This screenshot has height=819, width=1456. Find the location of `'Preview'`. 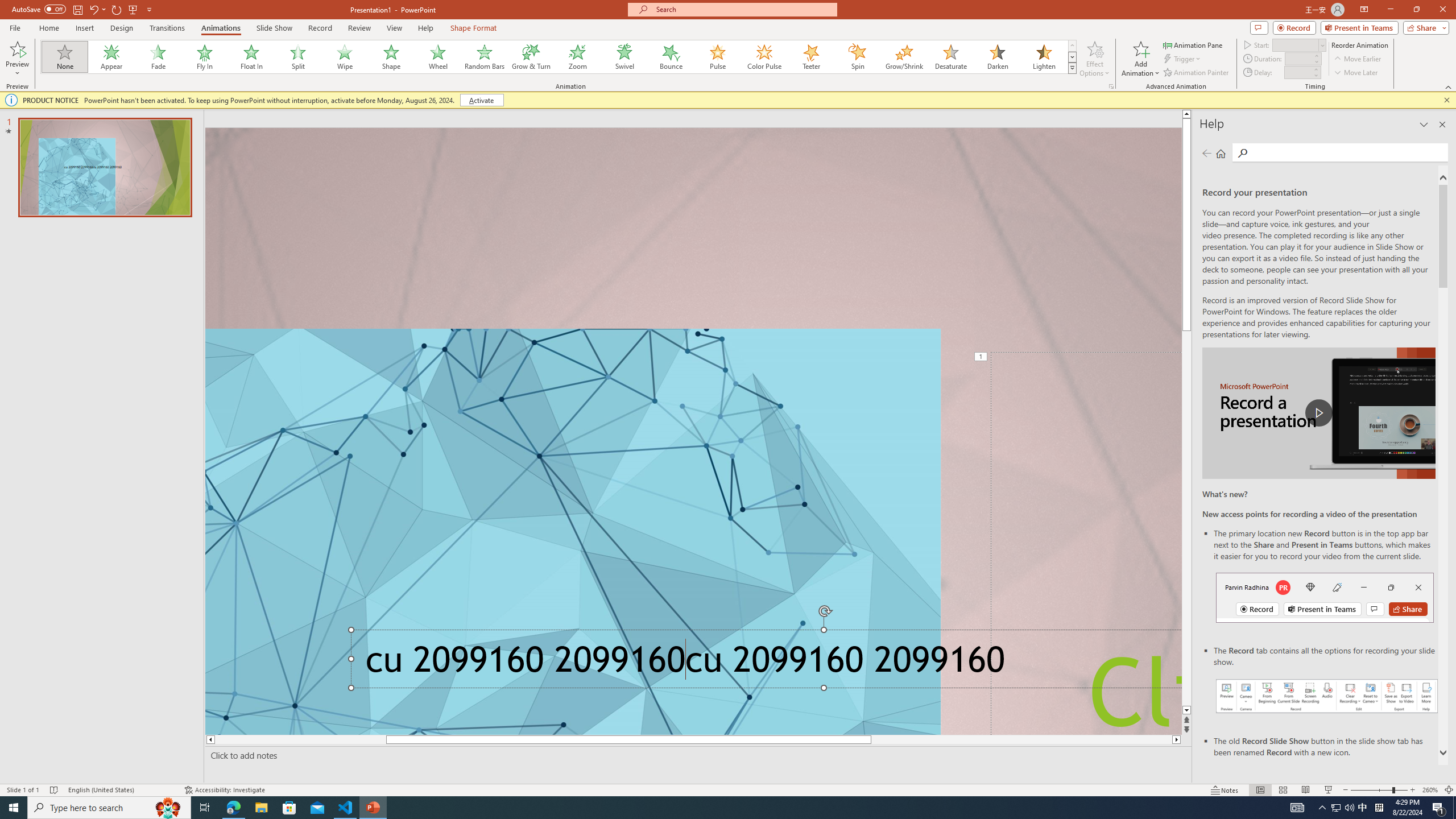

'Preview' is located at coordinates (16, 48).